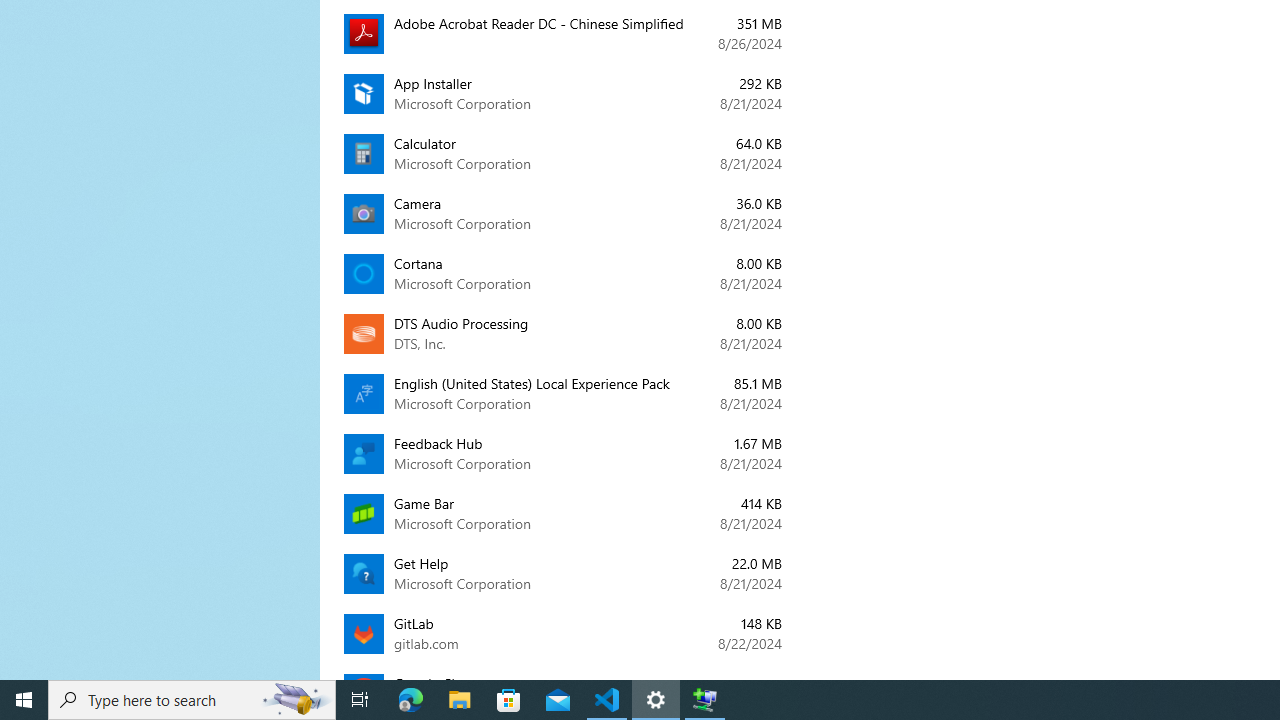  What do you see at coordinates (24, 698) in the screenshot?
I see `'Start'` at bounding box center [24, 698].